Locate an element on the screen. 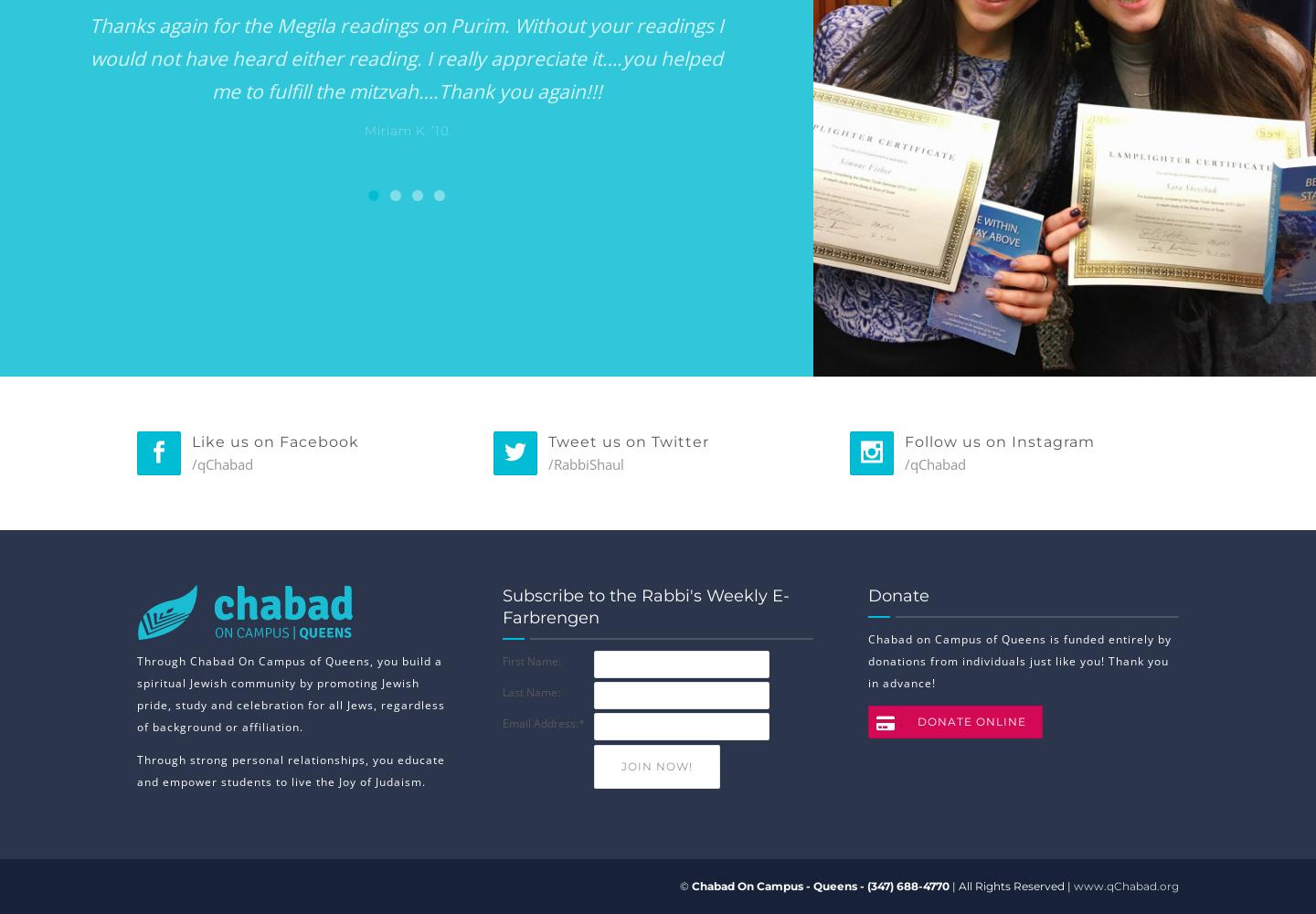  'Last Name:' is located at coordinates (531, 692).